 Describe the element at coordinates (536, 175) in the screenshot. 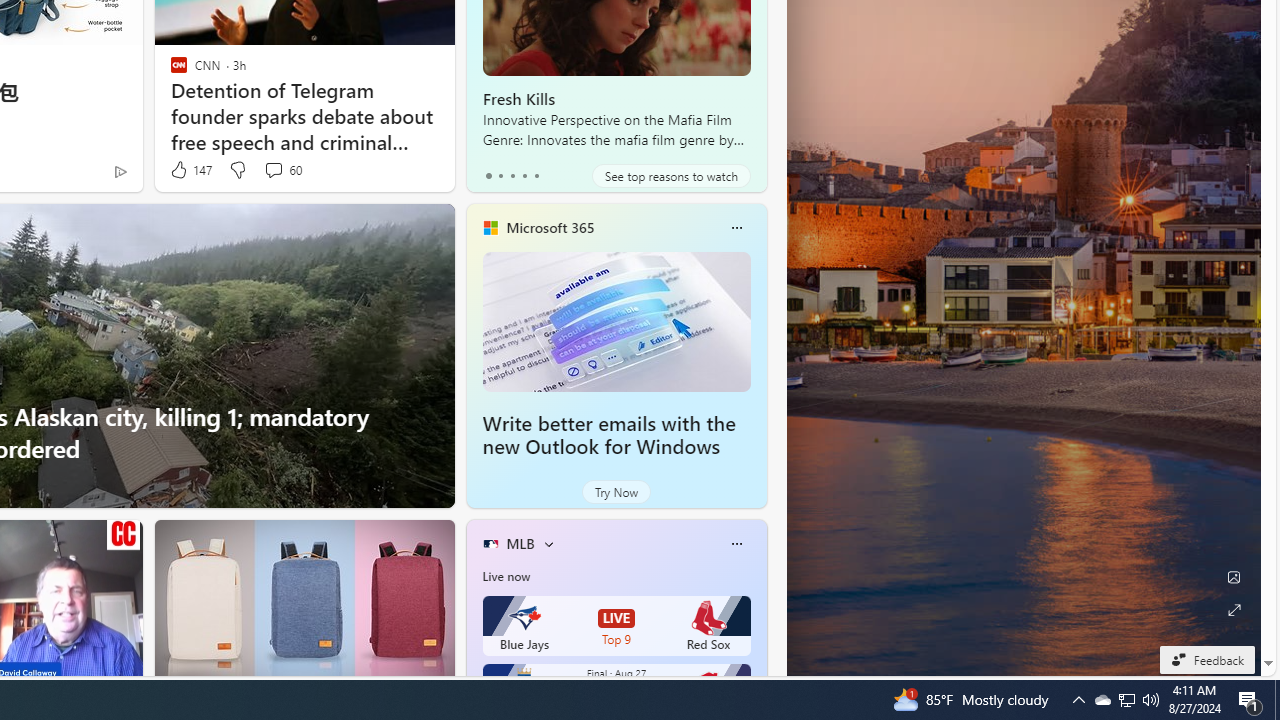

I see `'tab-4'` at that location.